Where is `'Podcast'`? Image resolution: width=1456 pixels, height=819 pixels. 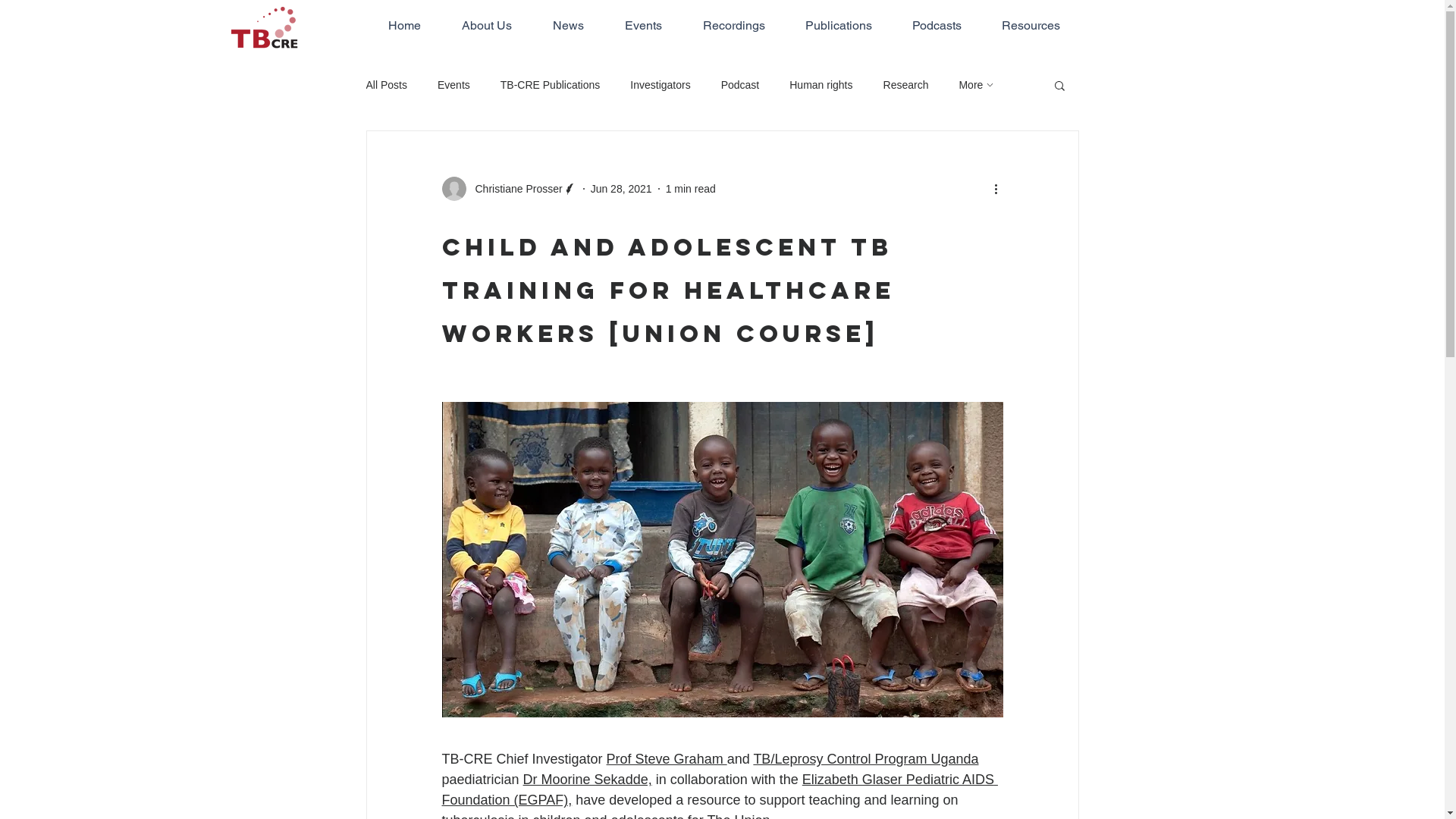
'Podcast' is located at coordinates (740, 84).